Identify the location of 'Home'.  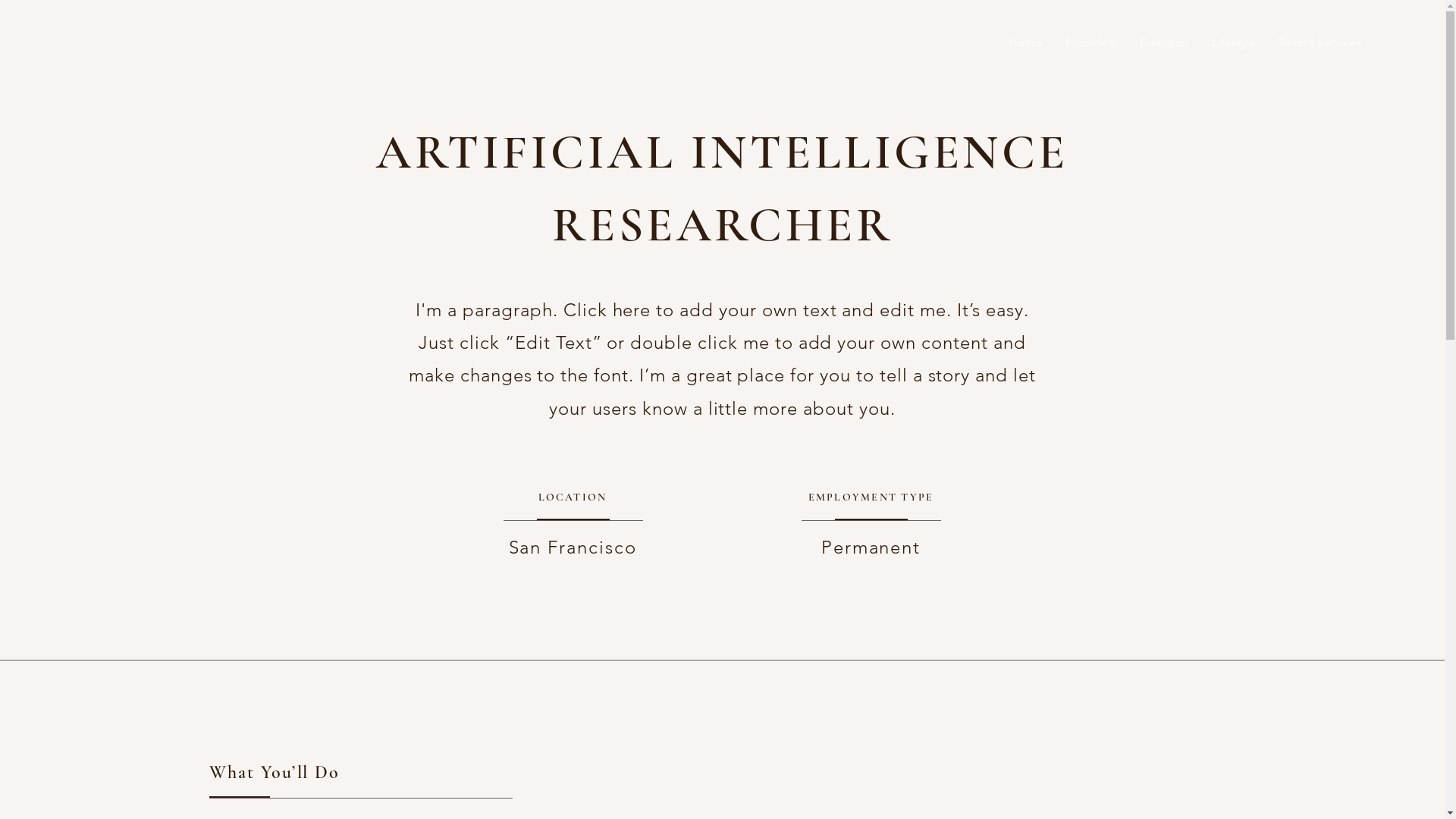
(997, 42).